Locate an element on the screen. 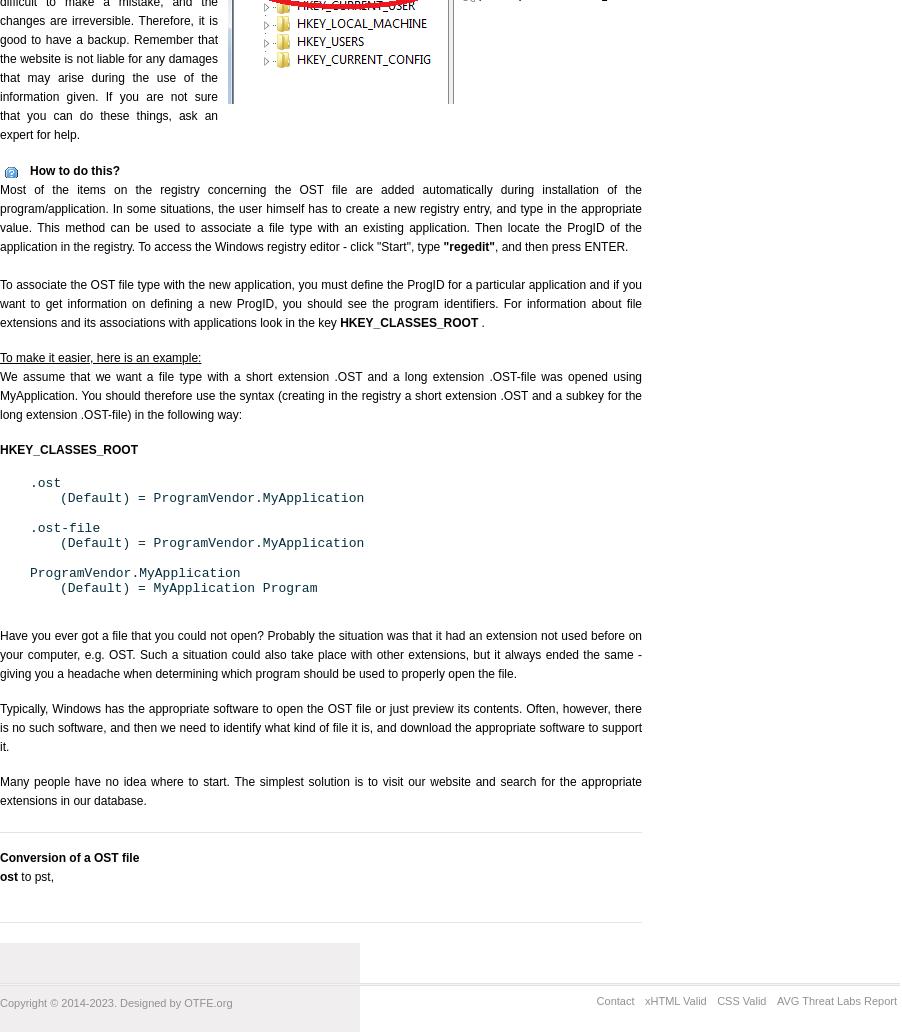  'Conversion of a OST file' is located at coordinates (0, 858).